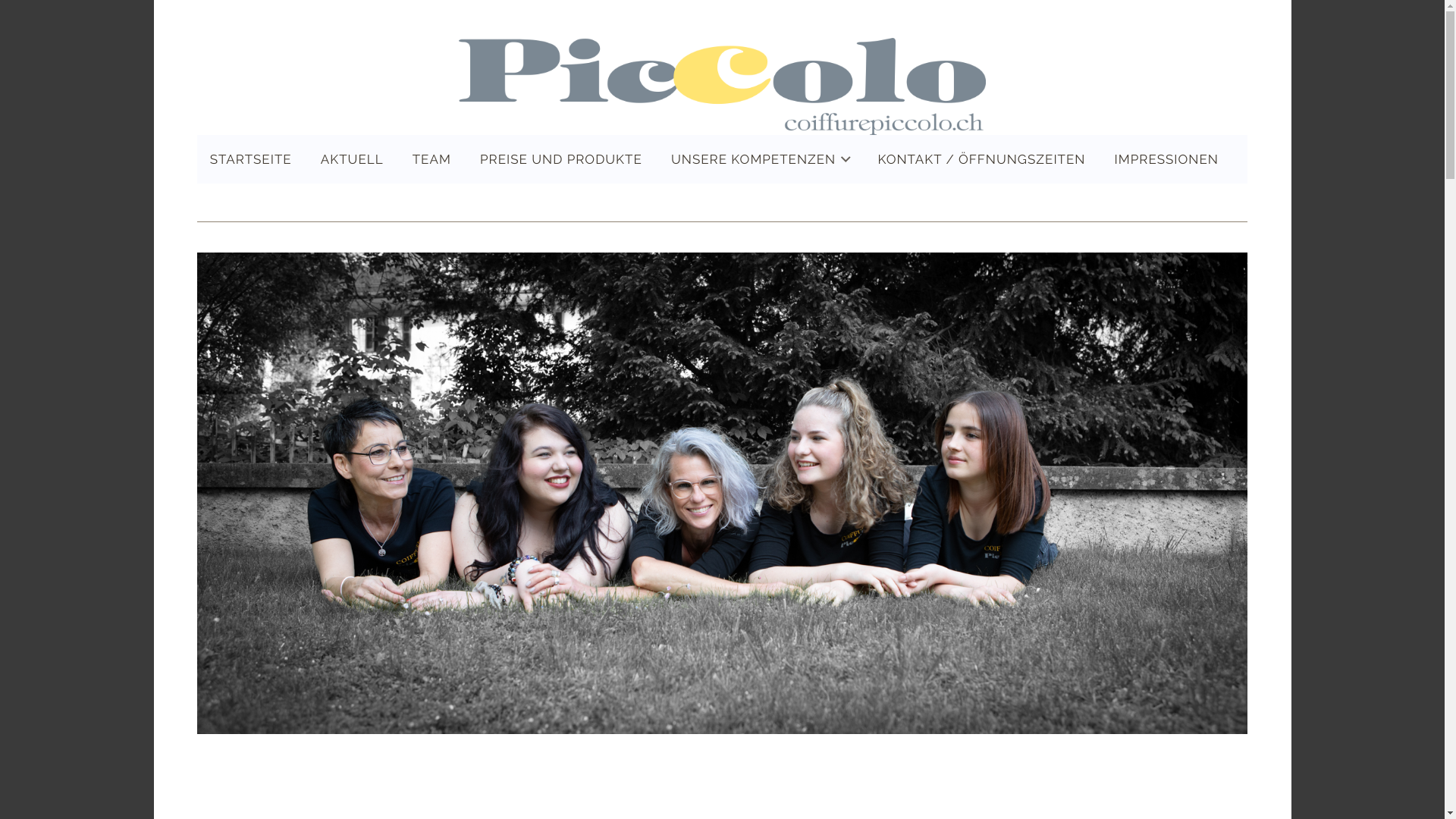 This screenshot has height=819, width=1456. Describe the element at coordinates (1102, 158) in the screenshot. I see `'IMPRESSIONEN'` at that location.